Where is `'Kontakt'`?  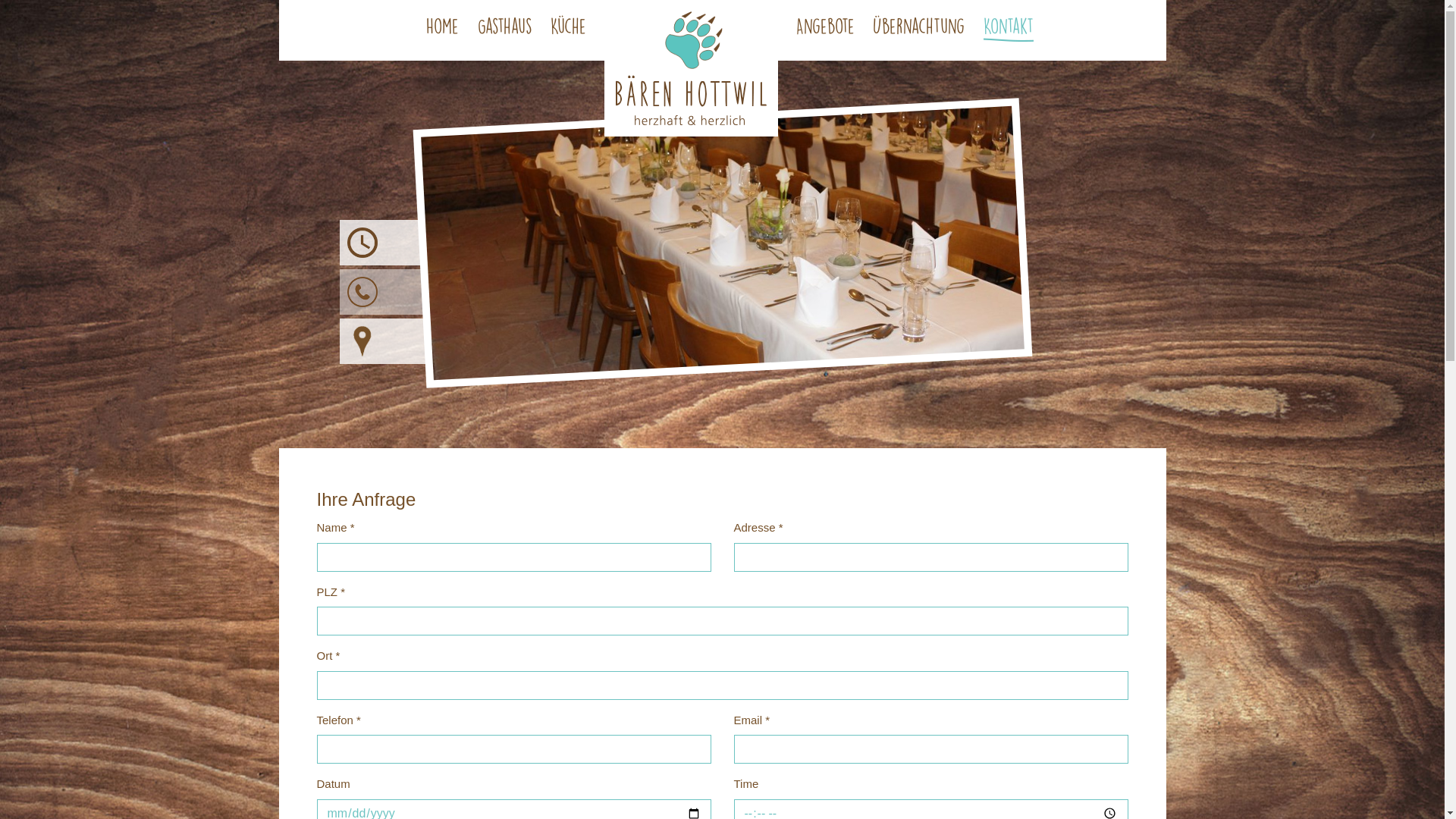
'Kontakt' is located at coordinates (1008, 29).